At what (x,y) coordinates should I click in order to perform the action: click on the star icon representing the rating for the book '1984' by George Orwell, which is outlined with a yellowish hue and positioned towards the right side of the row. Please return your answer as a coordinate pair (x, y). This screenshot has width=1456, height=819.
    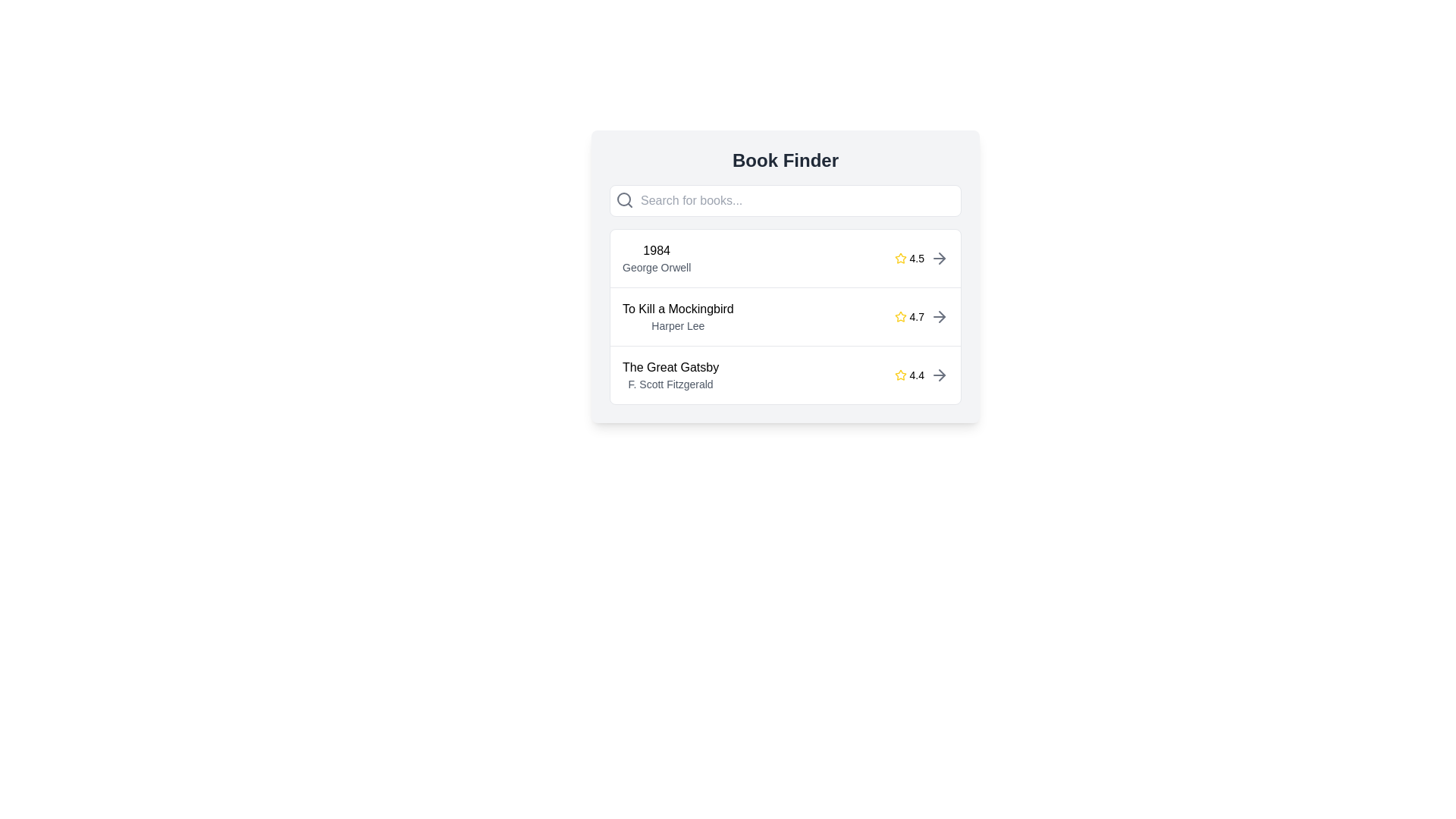
    Looking at the image, I should click on (900, 257).